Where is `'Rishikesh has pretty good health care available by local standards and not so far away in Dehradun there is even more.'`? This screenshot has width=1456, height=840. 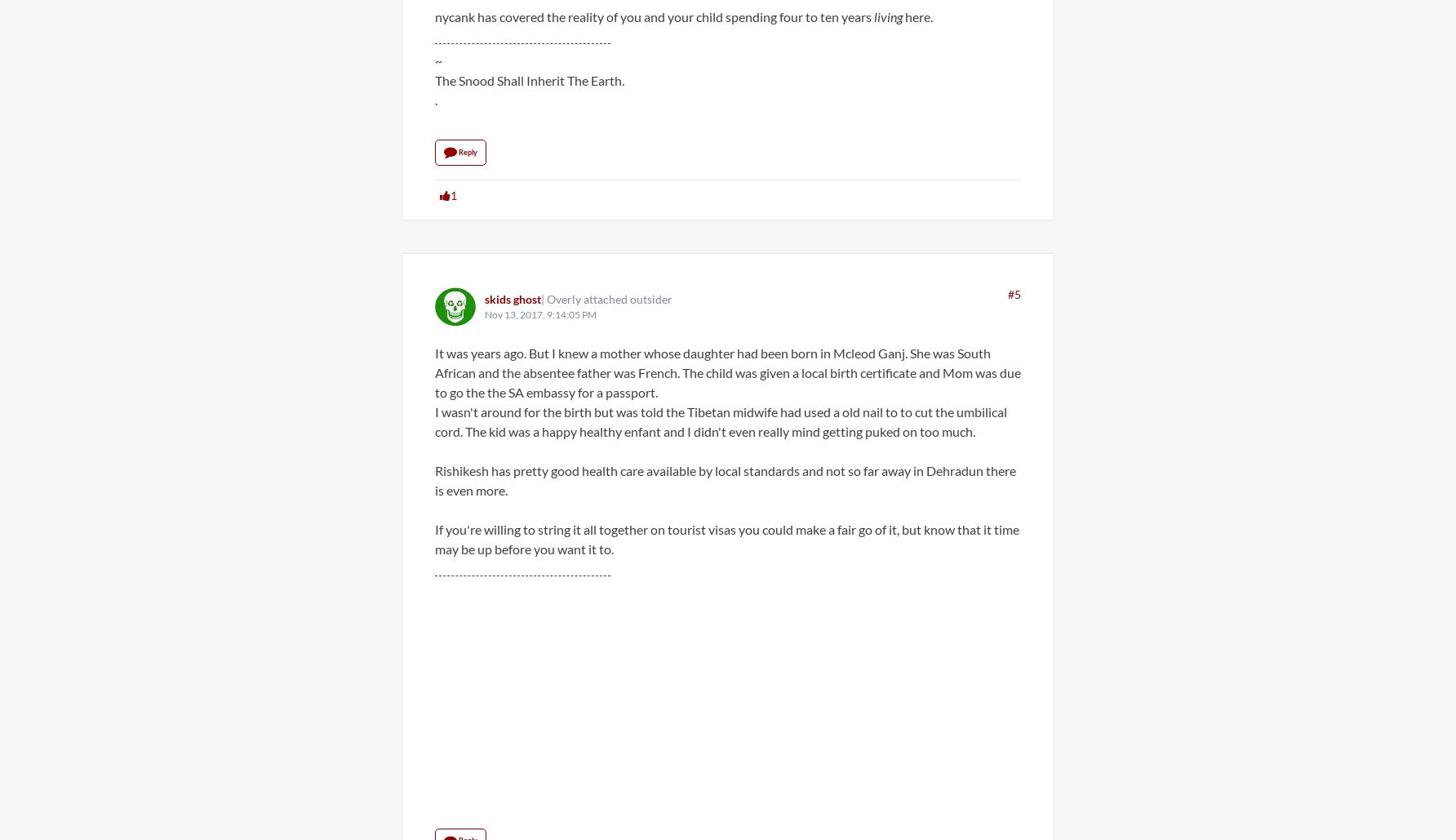
'Rishikesh has pretty good health care available by local standards and not so far away in Dehradun there is even more.' is located at coordinates (724, 478).